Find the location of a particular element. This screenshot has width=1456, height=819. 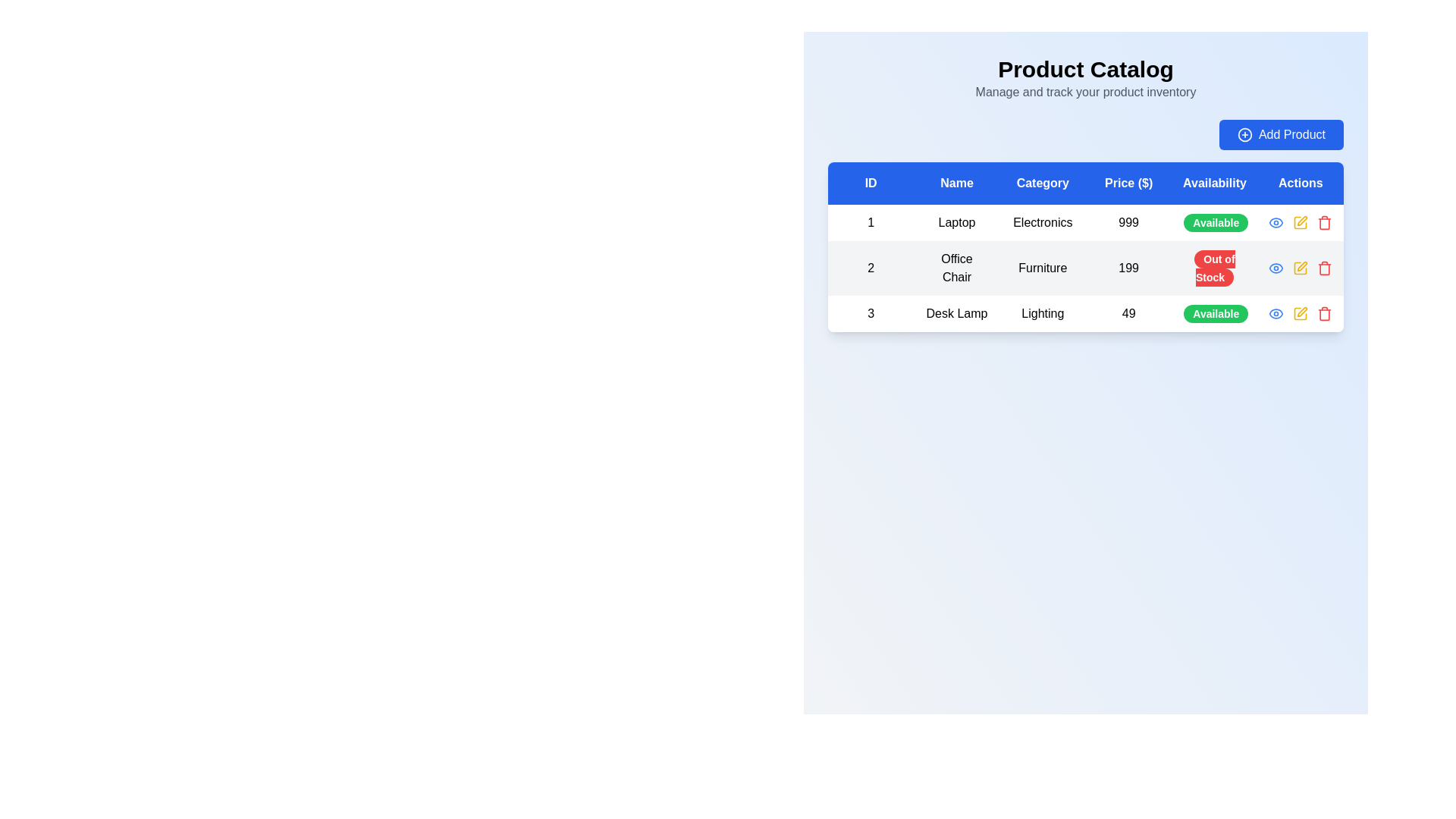

the delete button icon in the 'Actions' column for the third row of the table corresponding to the 'Desk Lamp' entry is located at coordinates (1324, 222).